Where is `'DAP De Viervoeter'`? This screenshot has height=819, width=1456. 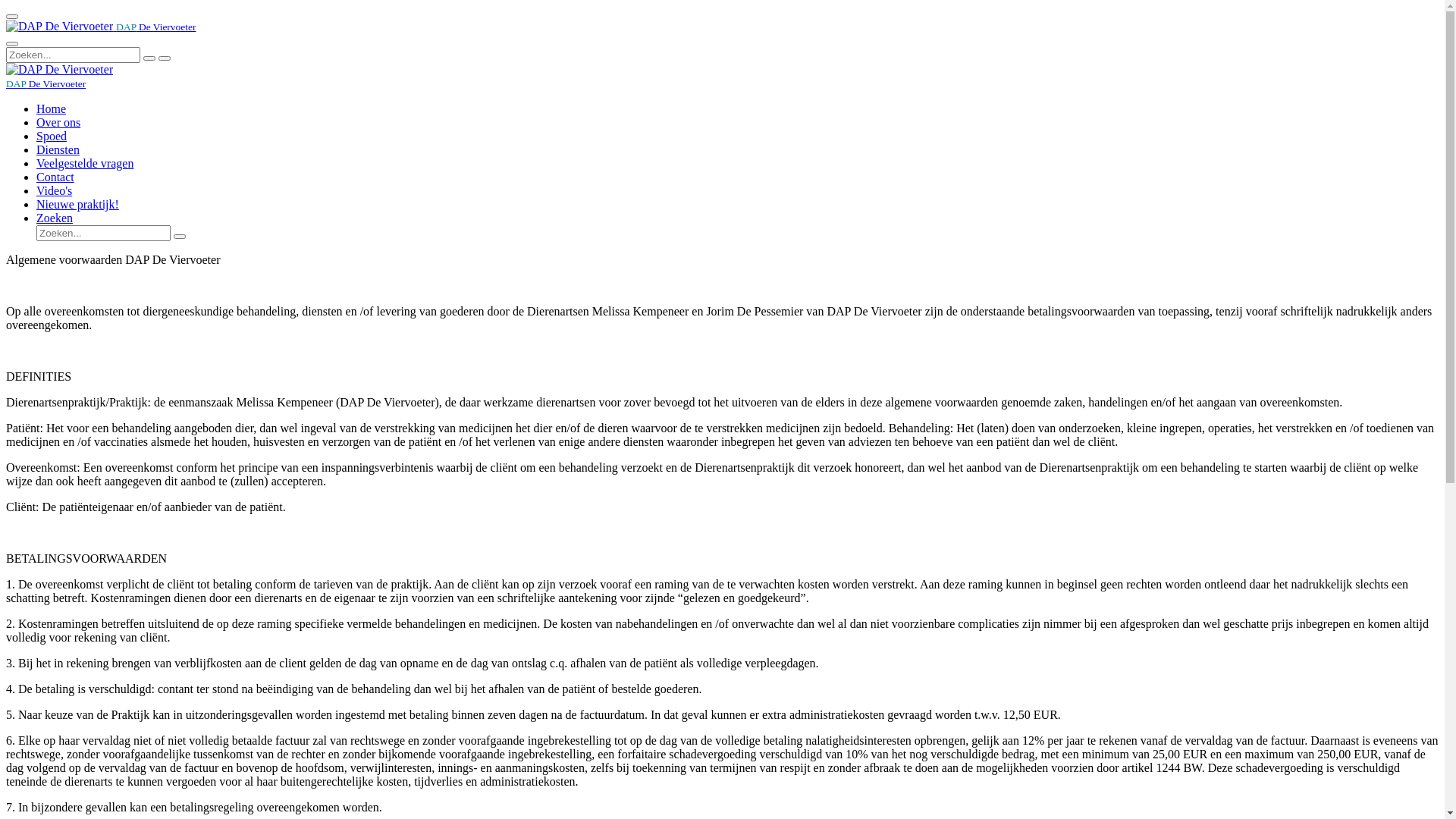 'DAP De Viervoeter' is located at coordinates (6, 83).